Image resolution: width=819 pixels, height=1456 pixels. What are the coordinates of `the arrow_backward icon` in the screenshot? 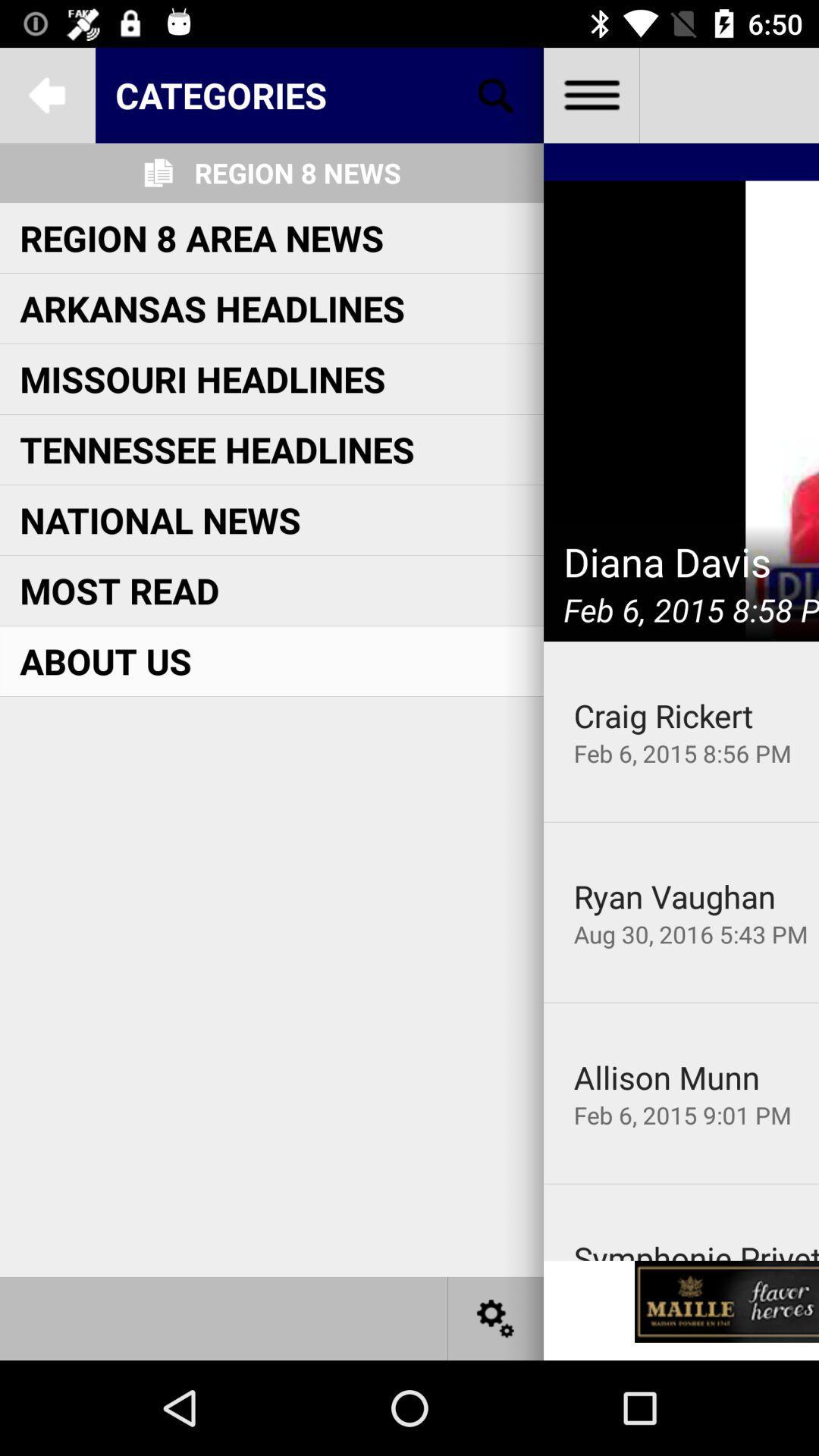 It's located at (46, 94).